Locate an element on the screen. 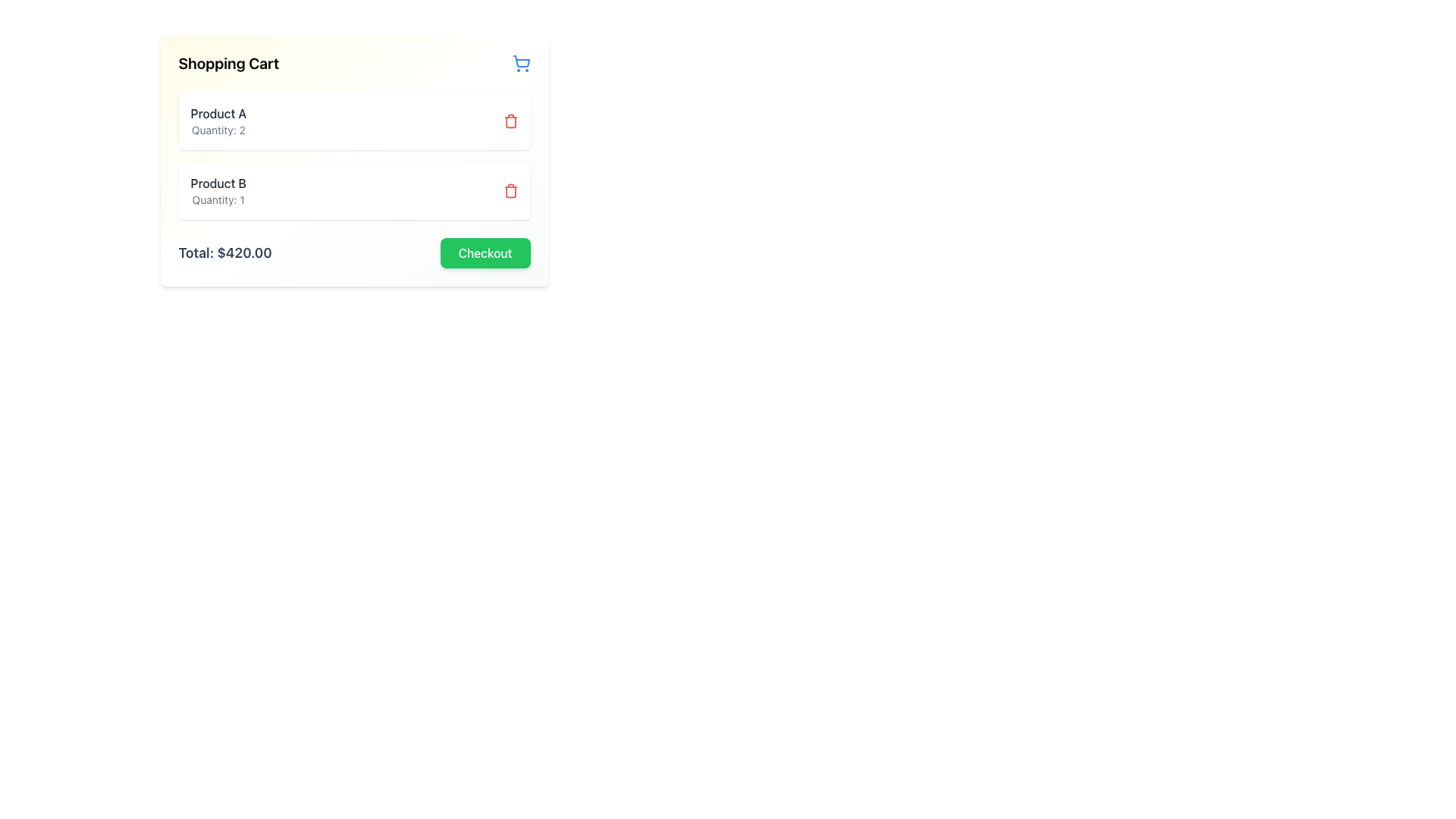 The image size is (1456, 819). the main frame of the shopping cart icon located at the top-right of the 'Shopping Cart' interface, which serves as a visual indicator for the shopping cart functionality is located at coordinates (521, 61).